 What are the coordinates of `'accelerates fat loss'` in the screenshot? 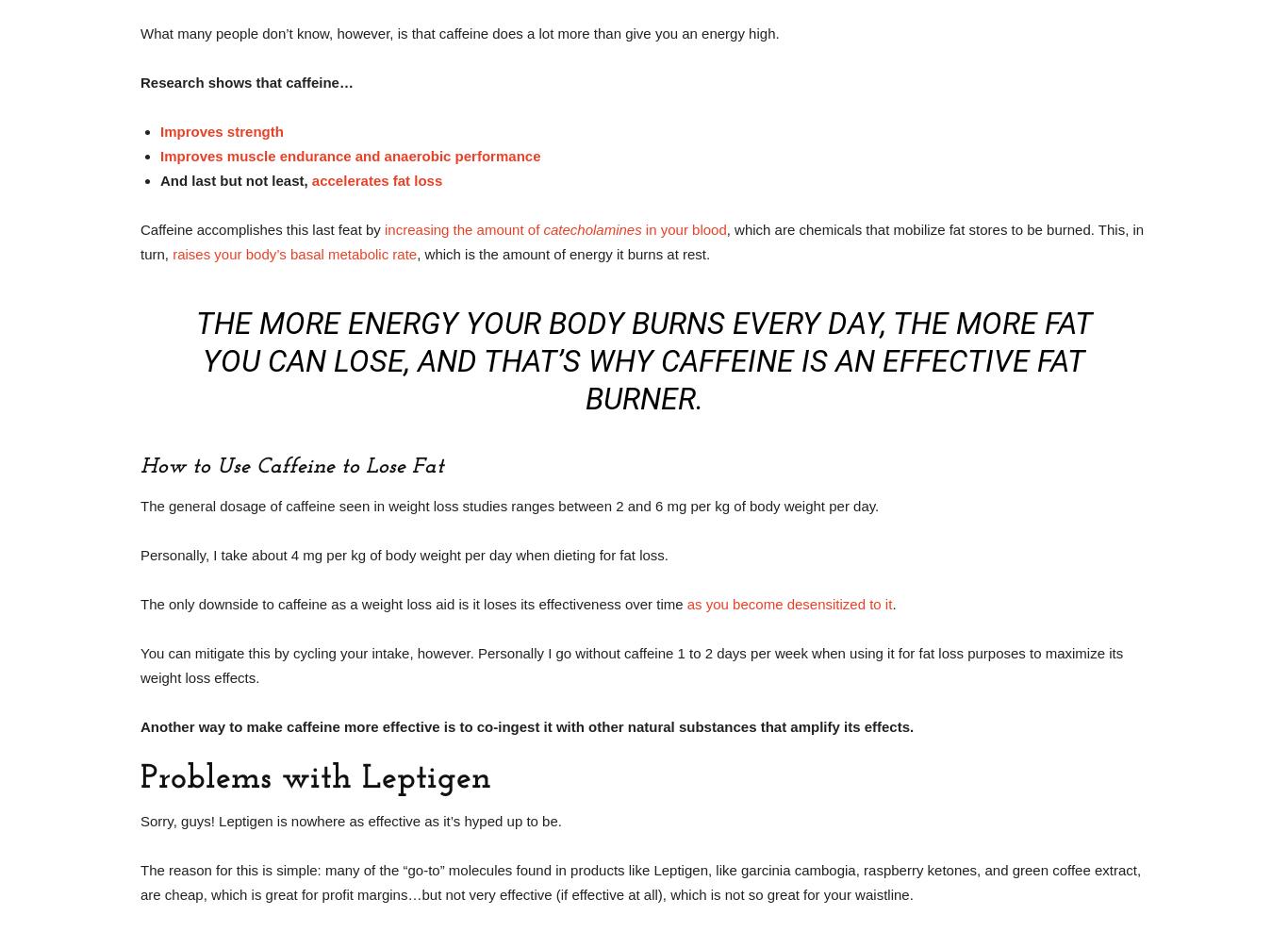 It's located at (311, 180).